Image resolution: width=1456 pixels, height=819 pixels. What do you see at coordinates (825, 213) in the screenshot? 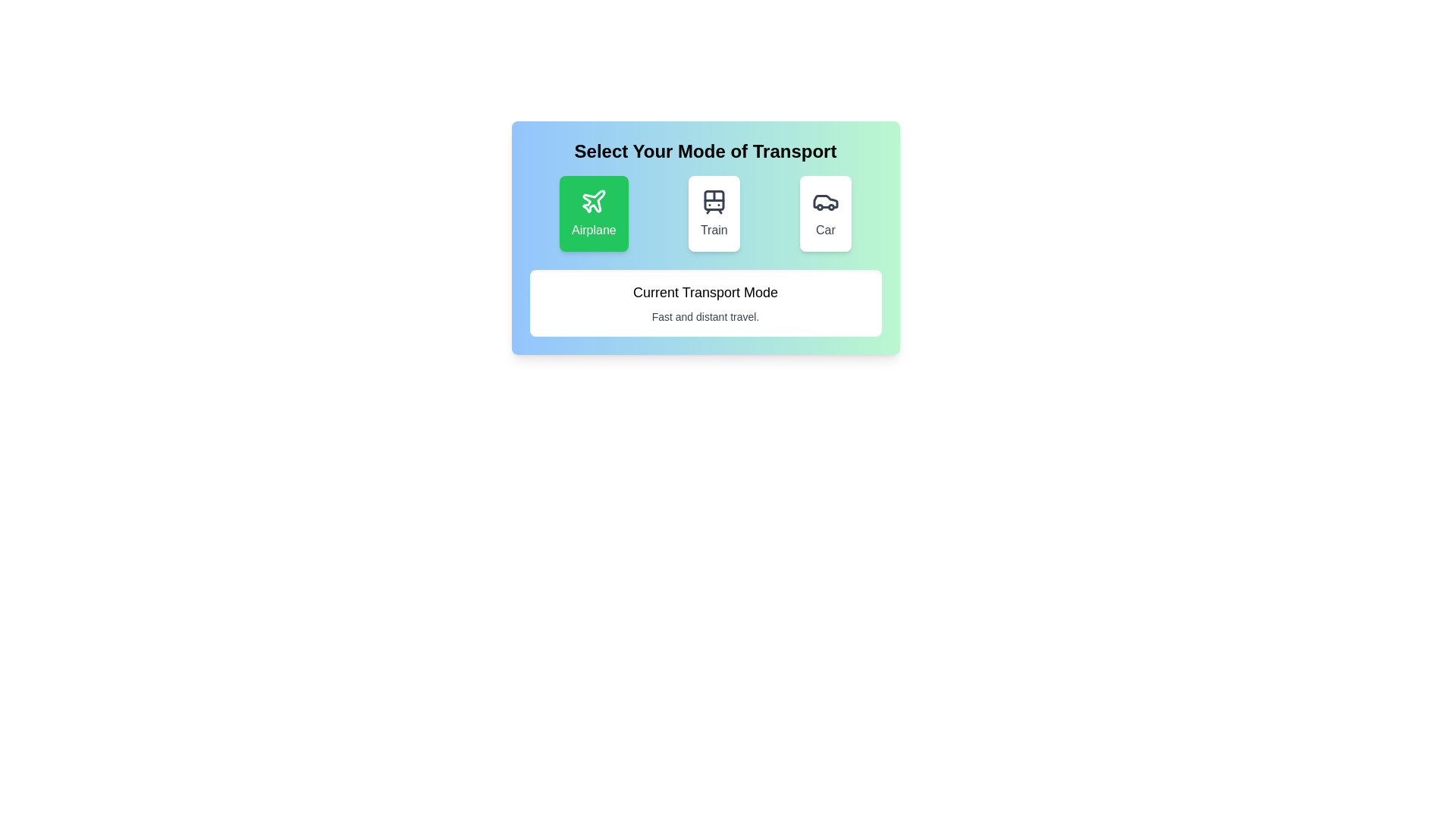
I see `the transportation mode by clicking on the corresponding button for Car` at bounding box center [825, 213].